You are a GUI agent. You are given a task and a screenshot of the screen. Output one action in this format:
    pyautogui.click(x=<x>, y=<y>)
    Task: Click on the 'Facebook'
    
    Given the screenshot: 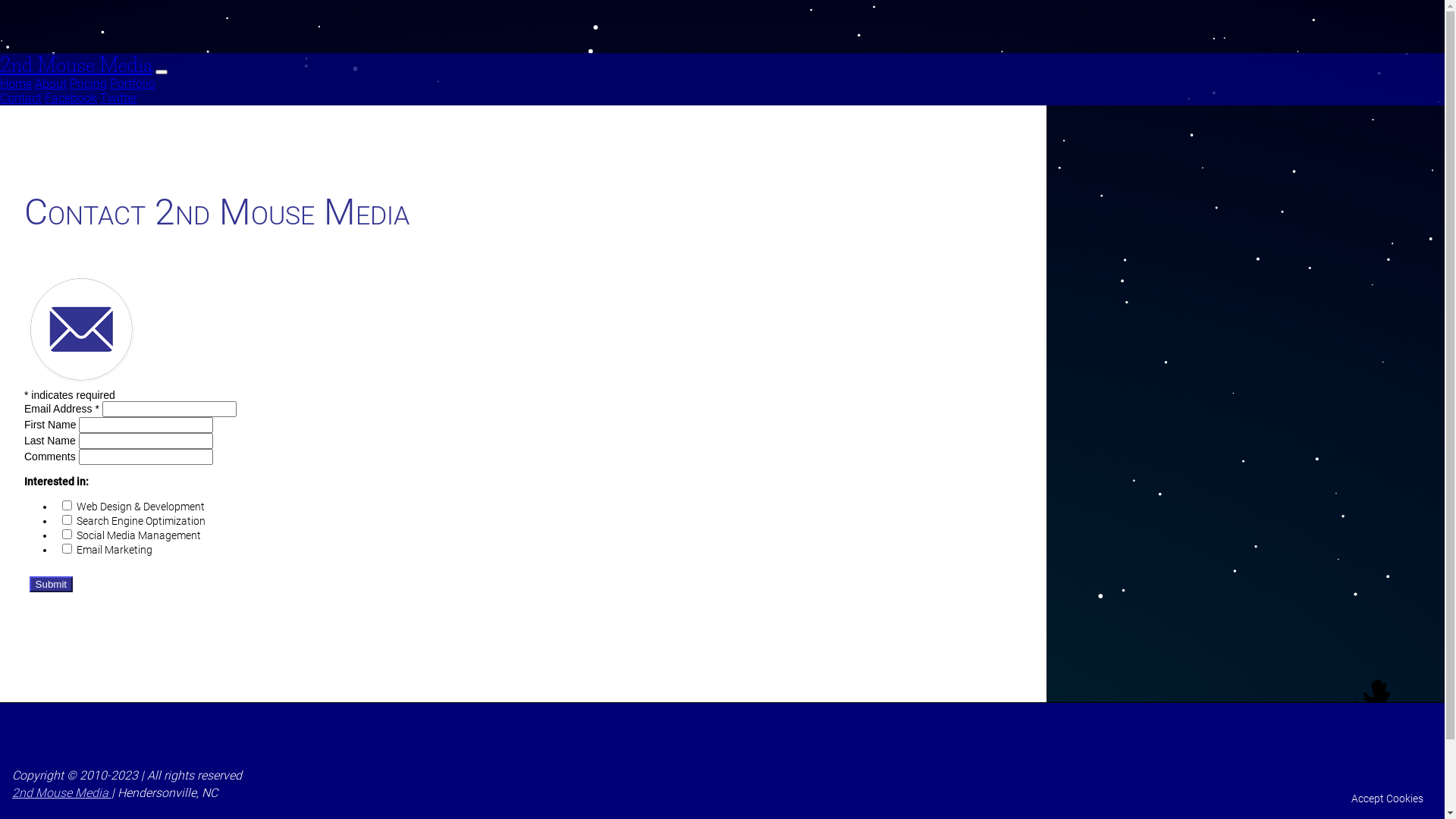 What is the action you would take?
    pyautogui.click(x=70, y=98)
    